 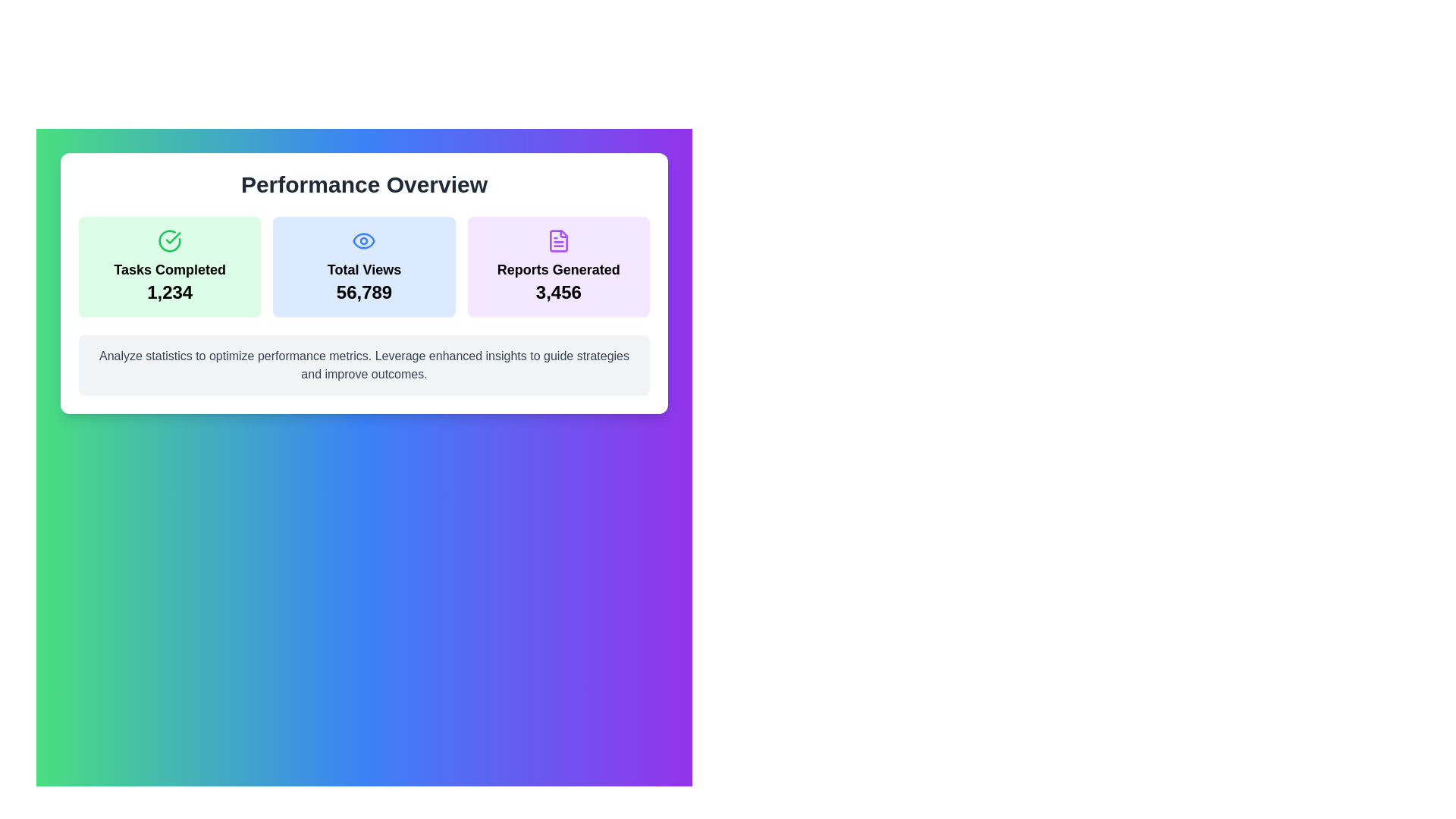 I want to click on the purple document icon above the text 'Reports Generated 3,456' within the rightmost card labeled 'Reports Generated' in the statistics overview section, so click(x=557, y=240).